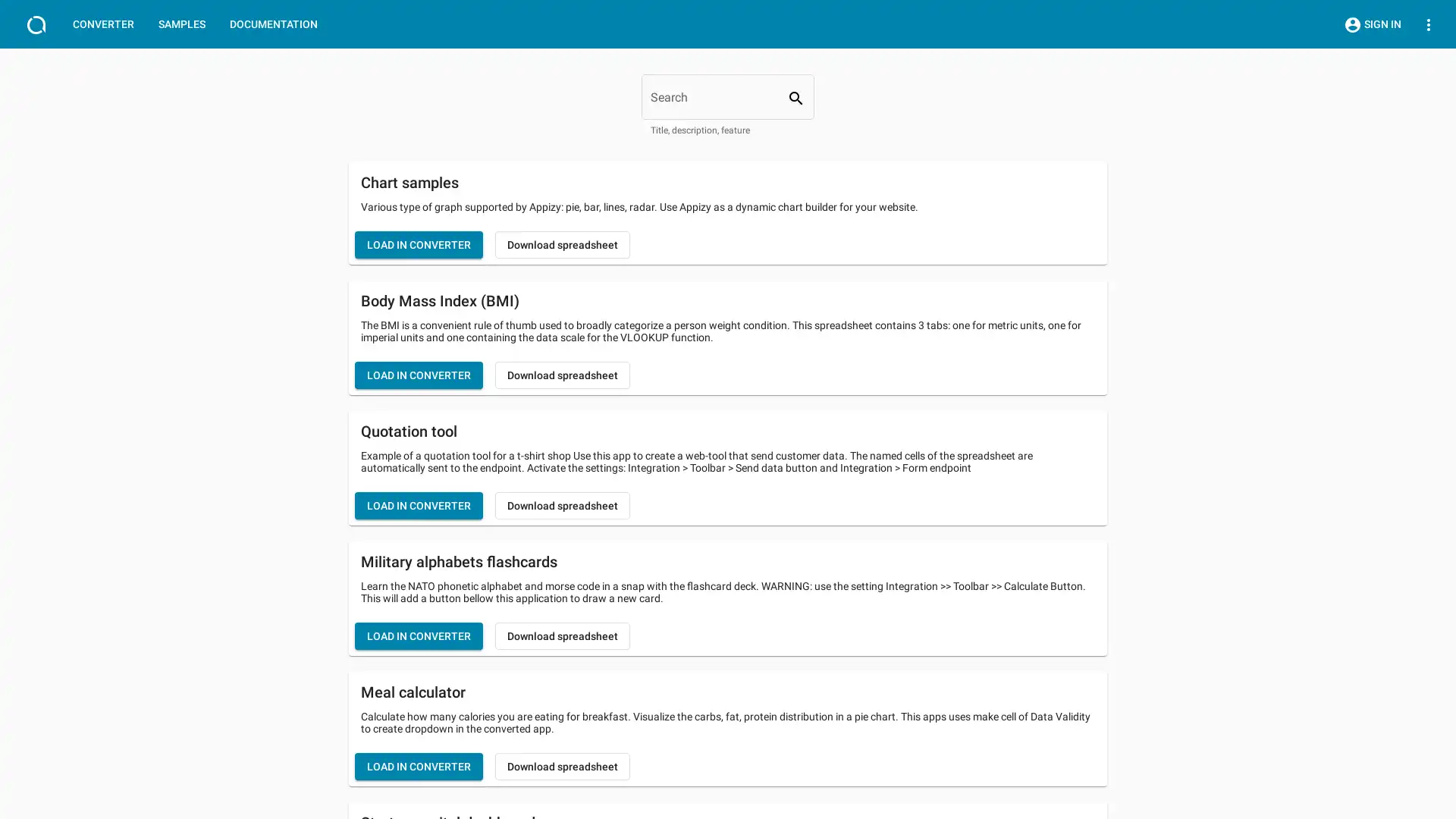  What do you see at coordinates (562, 244) in the screenshot?
I see `Download spreadsheet` at bounding box center [562, 244].